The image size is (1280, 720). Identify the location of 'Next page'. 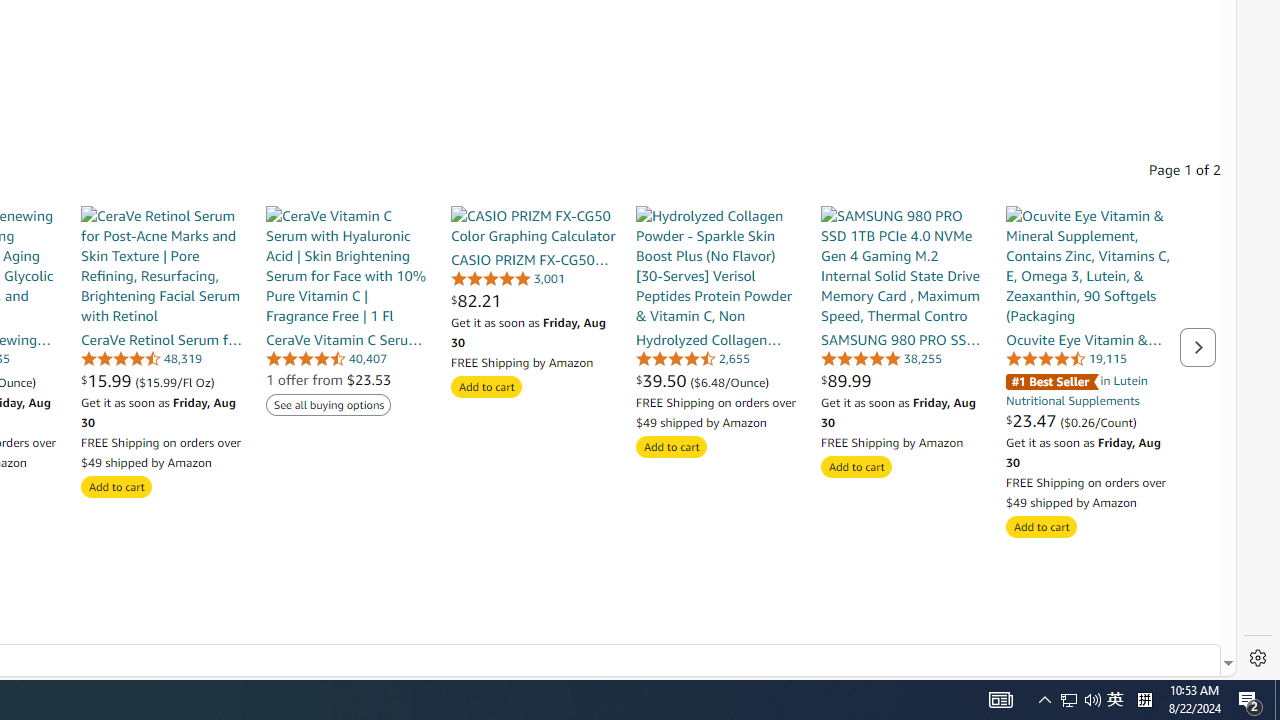
(1198, 346).